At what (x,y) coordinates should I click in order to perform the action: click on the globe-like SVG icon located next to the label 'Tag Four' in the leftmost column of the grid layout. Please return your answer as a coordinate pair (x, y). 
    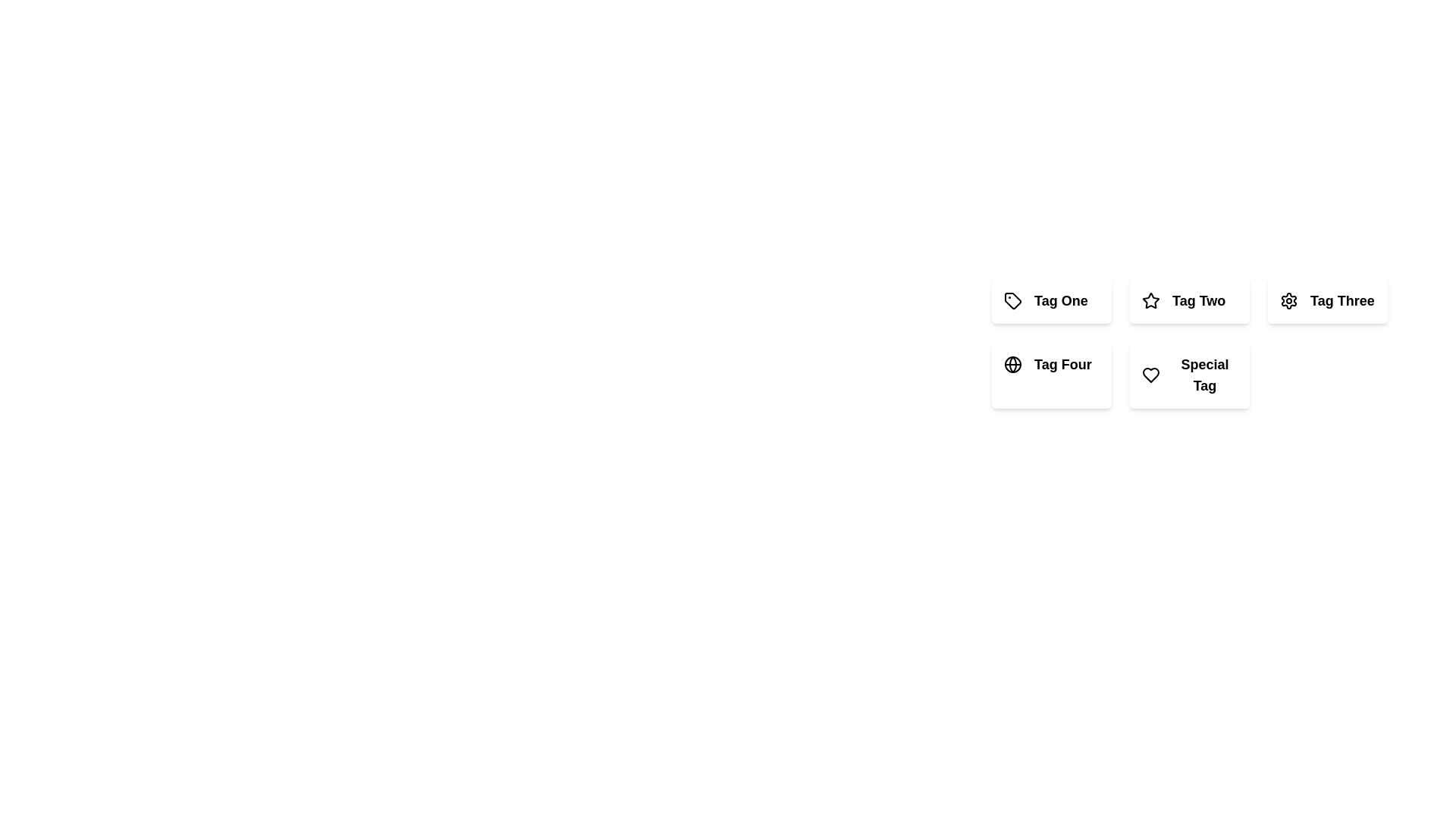
    Looking at the image, I should click on (1012, 365).